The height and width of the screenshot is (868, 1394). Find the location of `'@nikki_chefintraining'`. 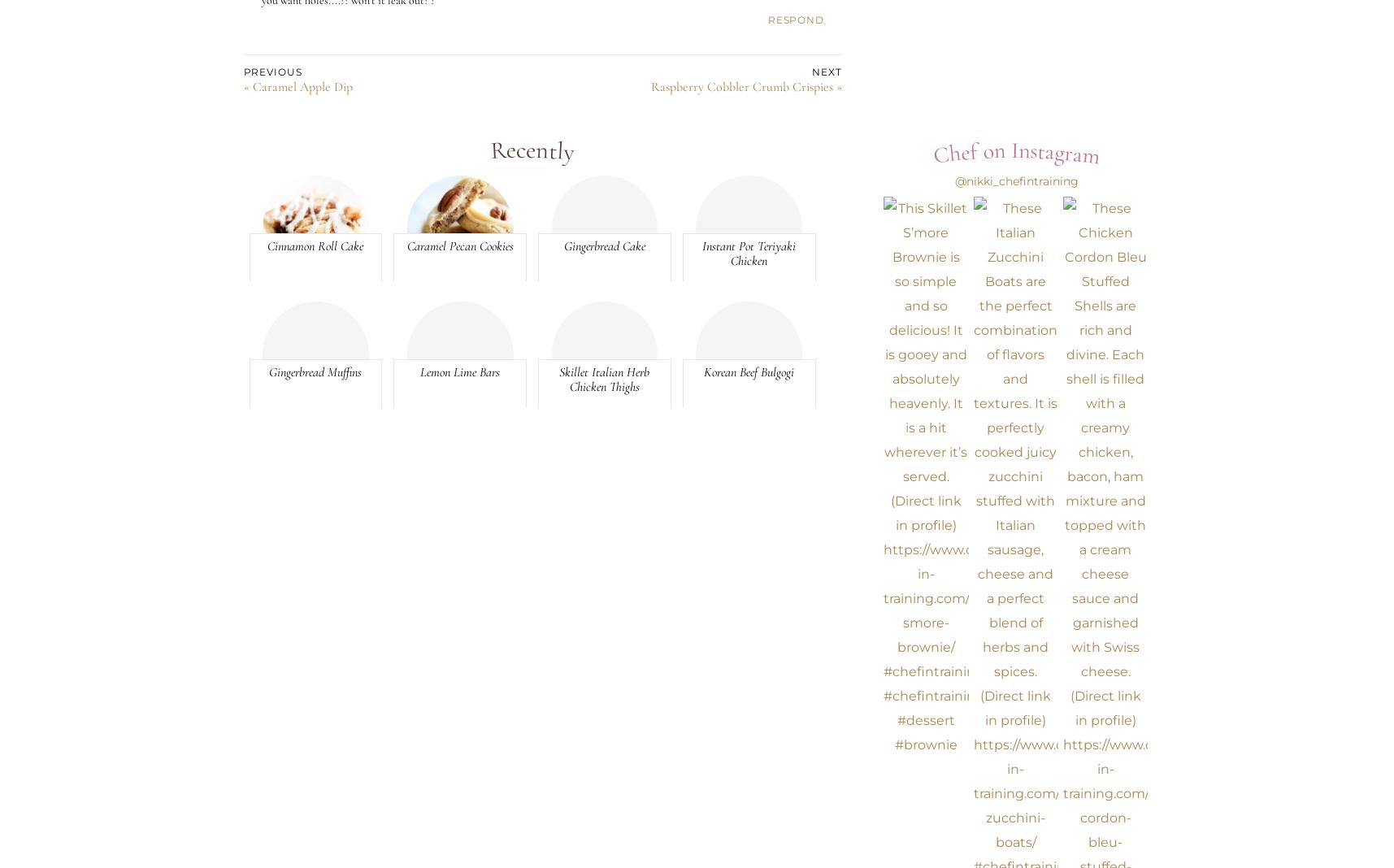

'@nikki_chefintraining' is located at coordinates (954, 180).